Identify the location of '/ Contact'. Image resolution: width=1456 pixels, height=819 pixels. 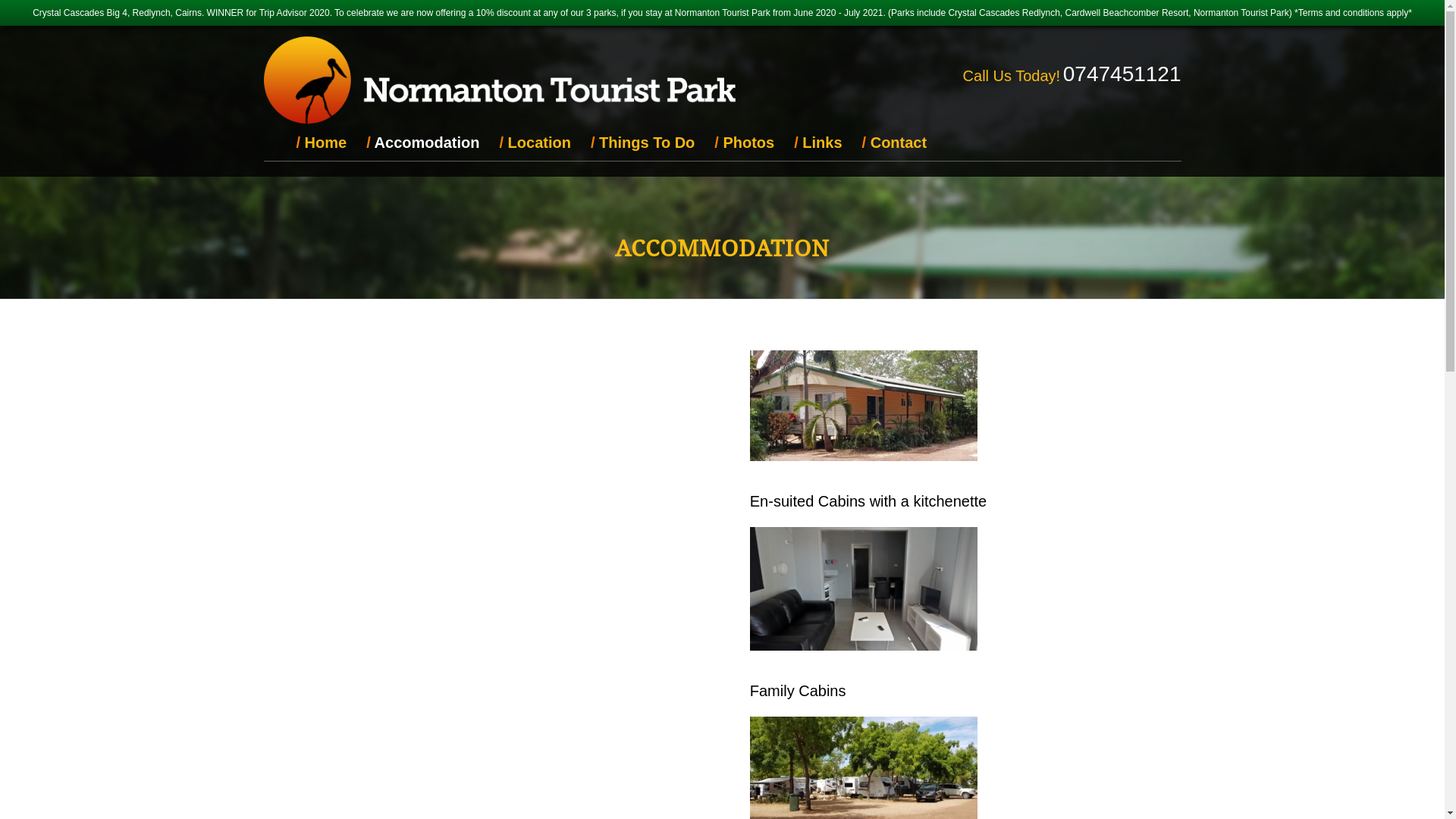
(895, 143).